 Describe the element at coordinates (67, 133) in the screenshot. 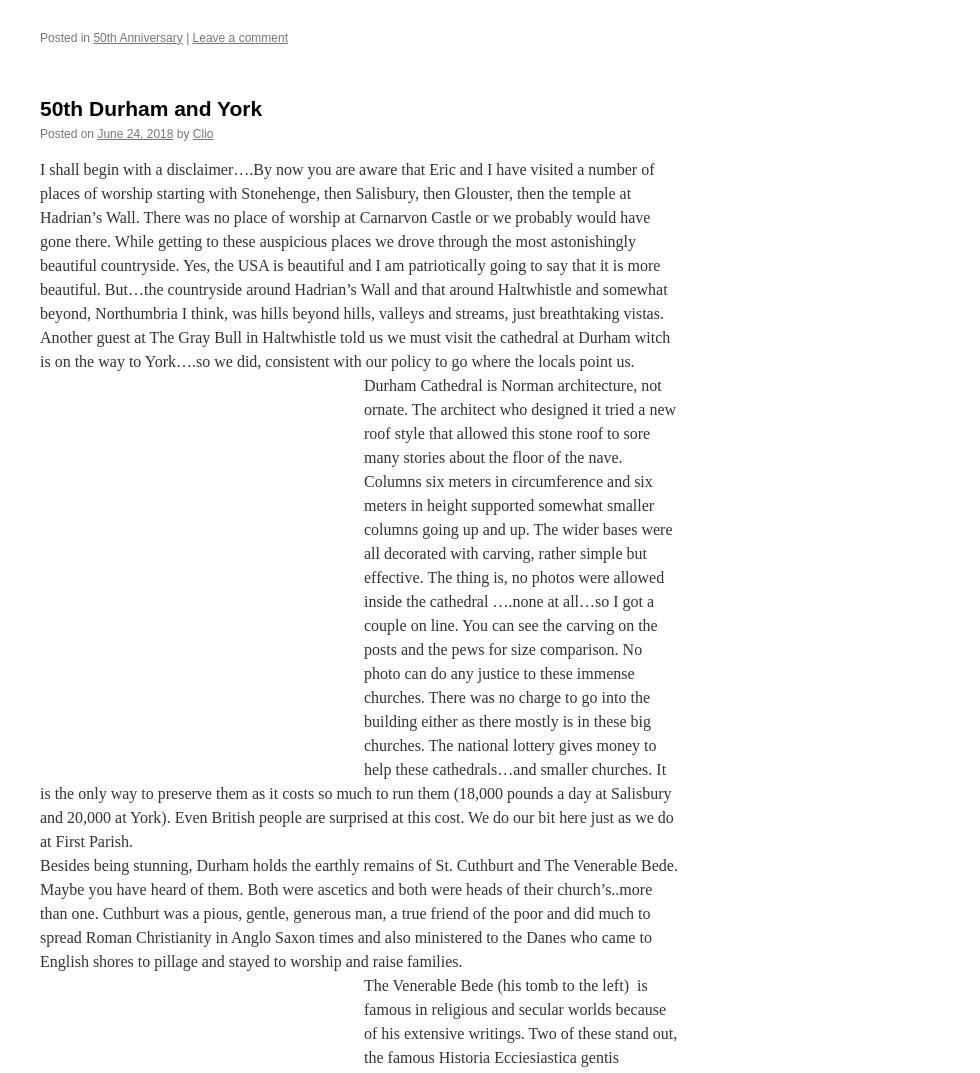

I see `'Posted on'` at that location.